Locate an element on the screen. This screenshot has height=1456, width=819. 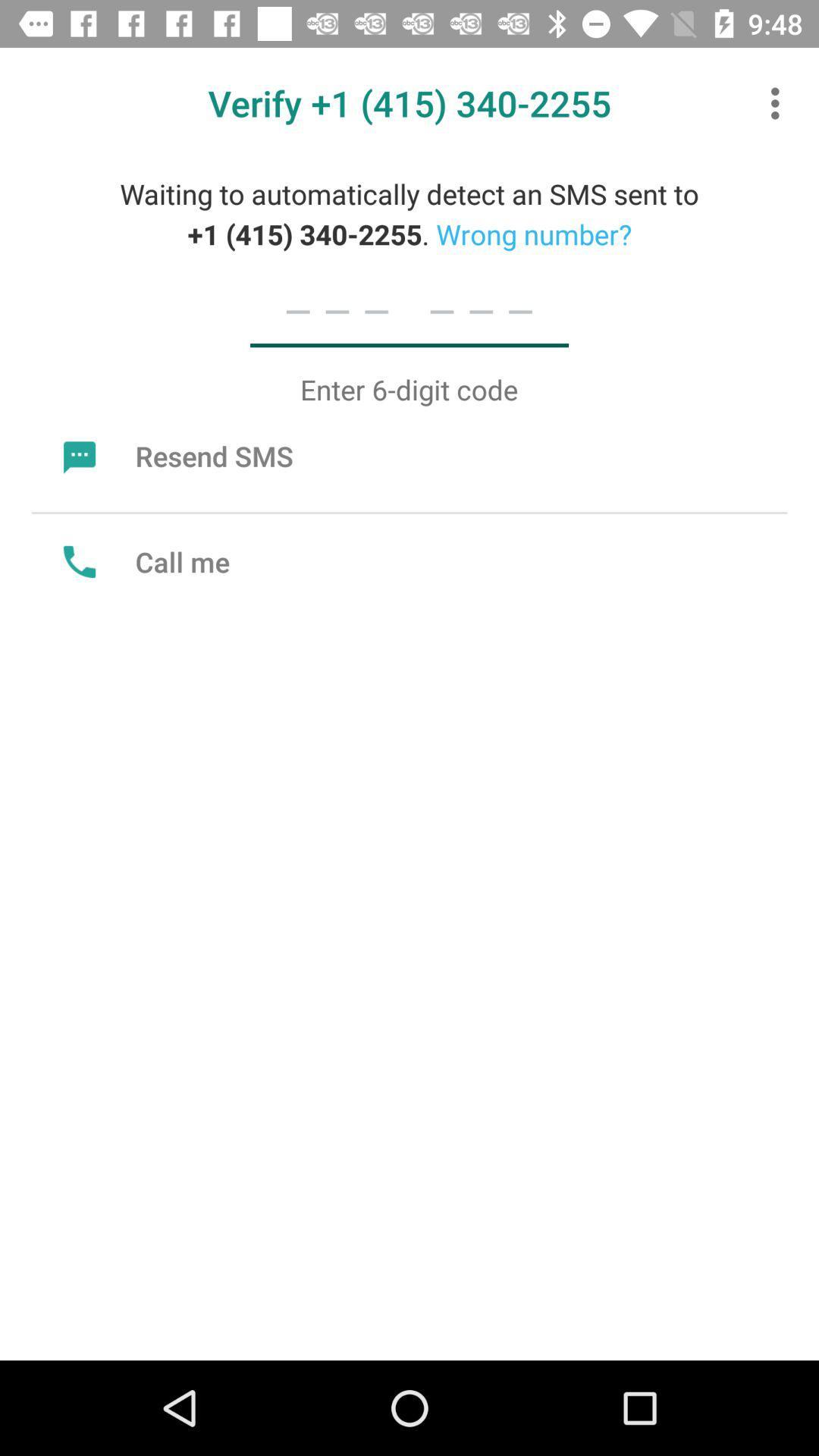
the waiting to automatically item is located at coordinates (409, 213).